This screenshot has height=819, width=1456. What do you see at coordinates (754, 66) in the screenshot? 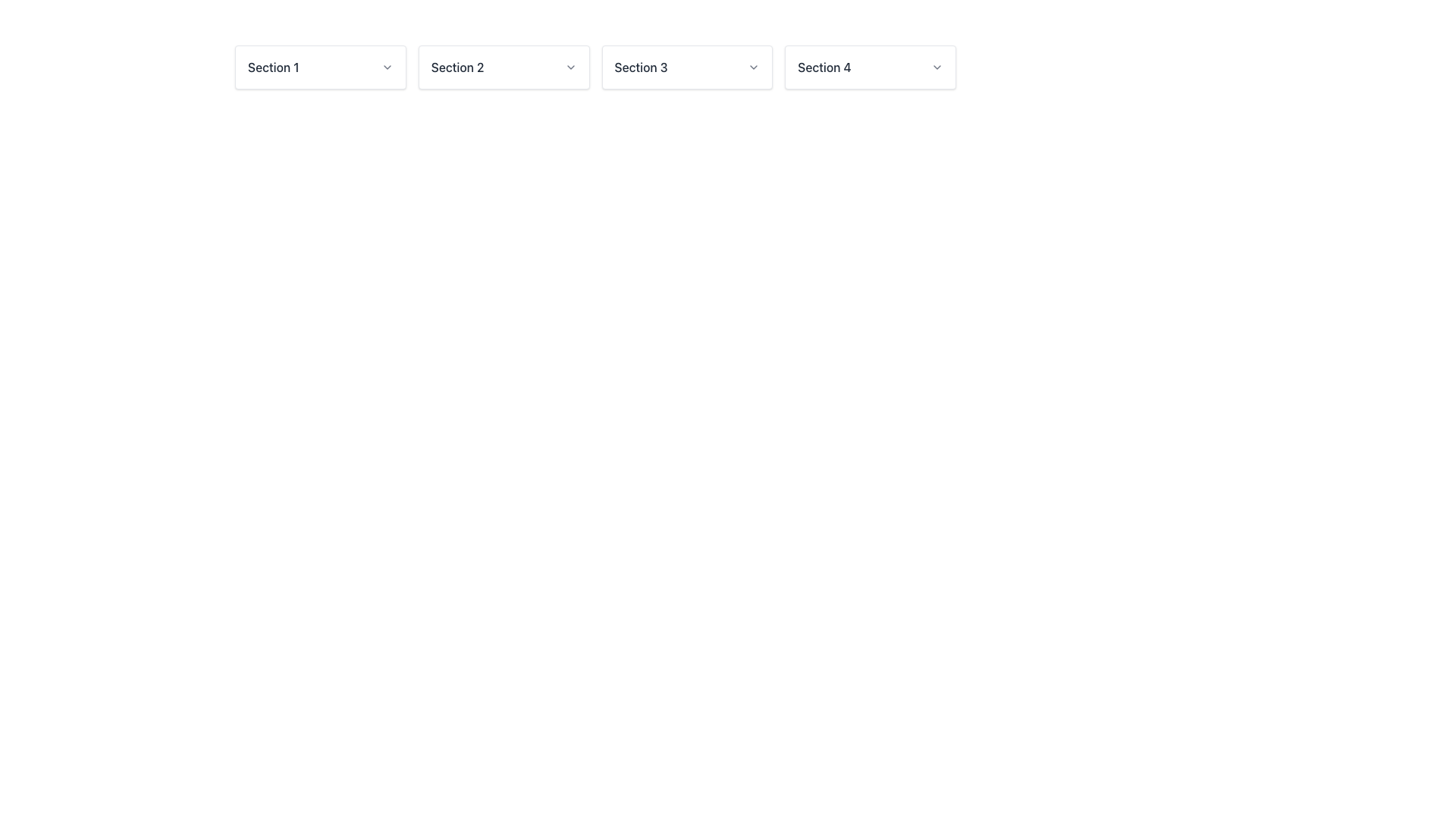
I see `the downward-pointing chevron icon located to the right of 'Section 3' in the horizontal menu bar` at bounding box center [754, 66].